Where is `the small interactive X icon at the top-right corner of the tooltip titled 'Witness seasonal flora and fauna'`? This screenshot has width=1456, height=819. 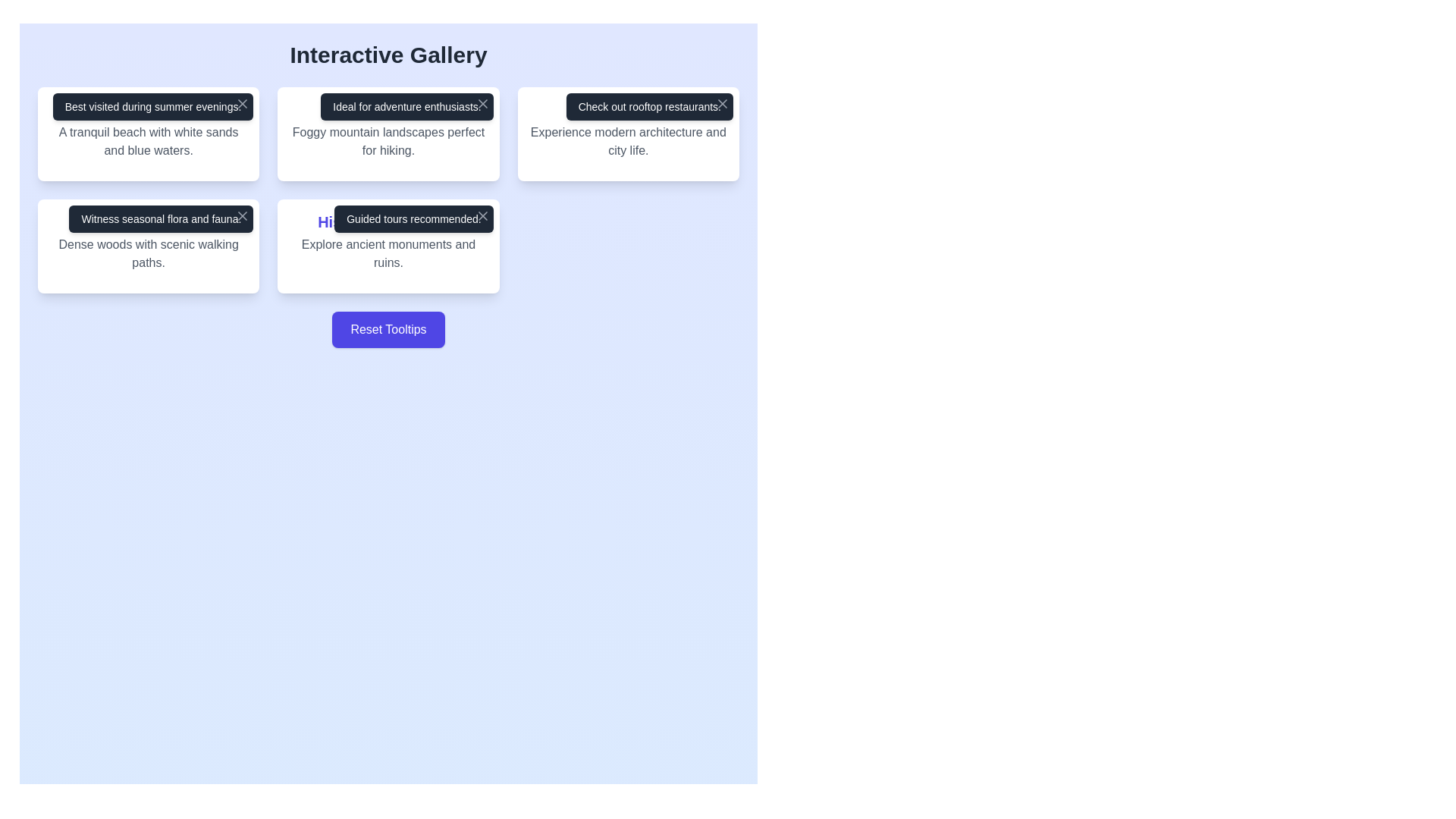
the small interactive X icon at the top-right corner of the tooltip titled 'Witness seasonal flora and fauna' is located at coordinates (243, 216).